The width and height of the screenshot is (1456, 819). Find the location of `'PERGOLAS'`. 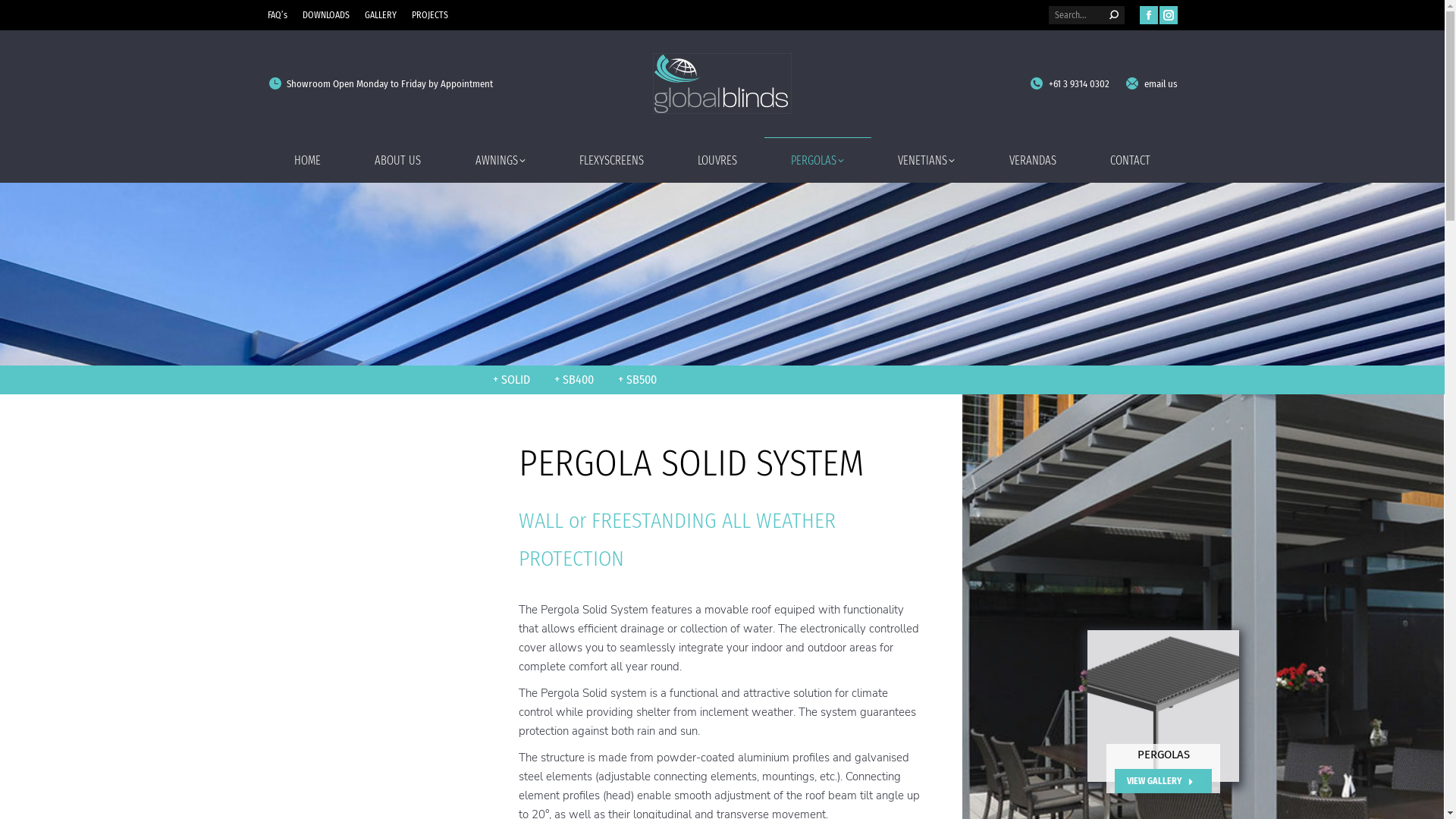

'PERGOLAS' is located at coordinates (1163, 755).